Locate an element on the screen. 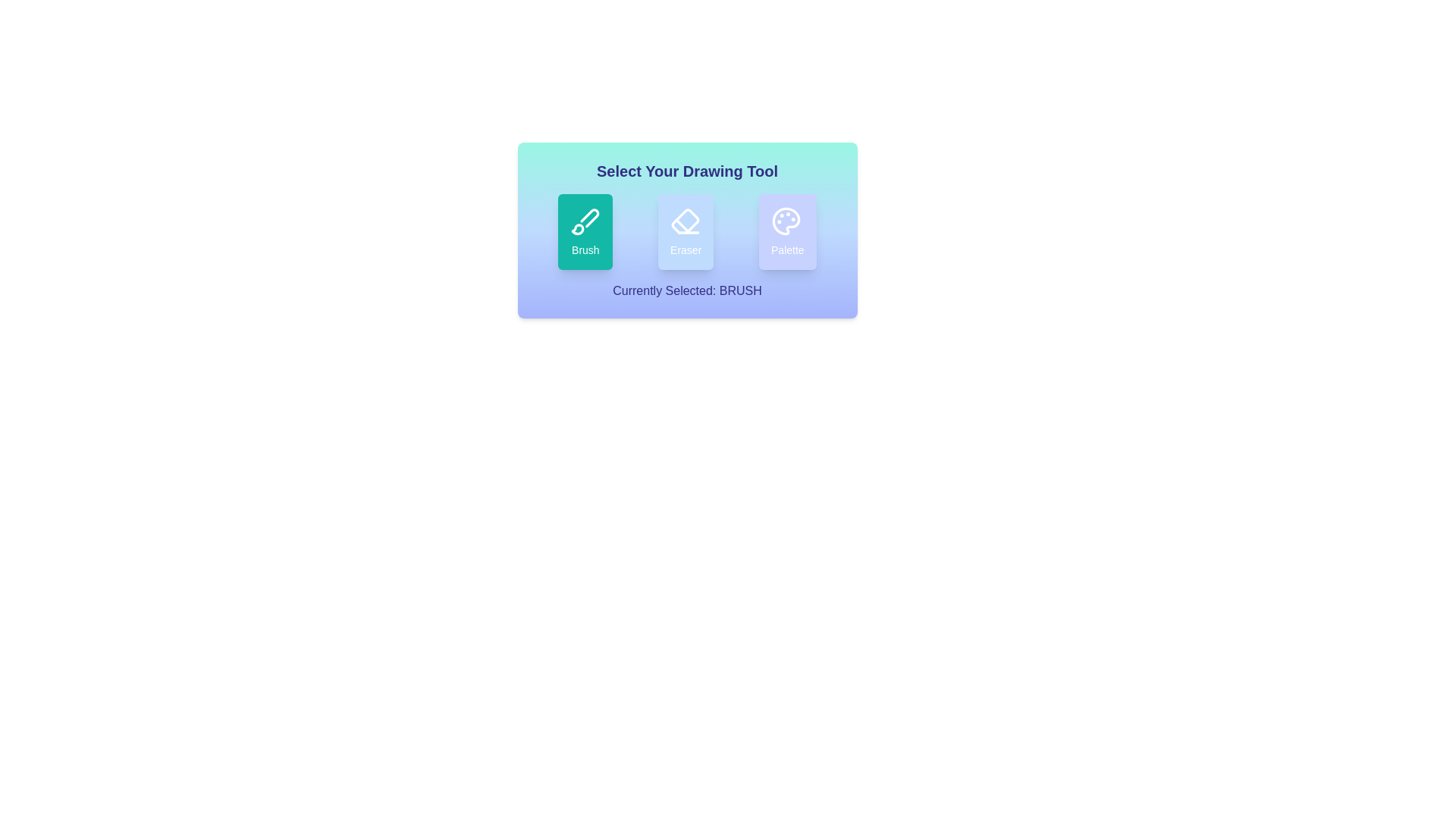 The width and height of the screenshot is (1456, 819). the Brush button to see the hover animation is located at coordinates (585, 231).